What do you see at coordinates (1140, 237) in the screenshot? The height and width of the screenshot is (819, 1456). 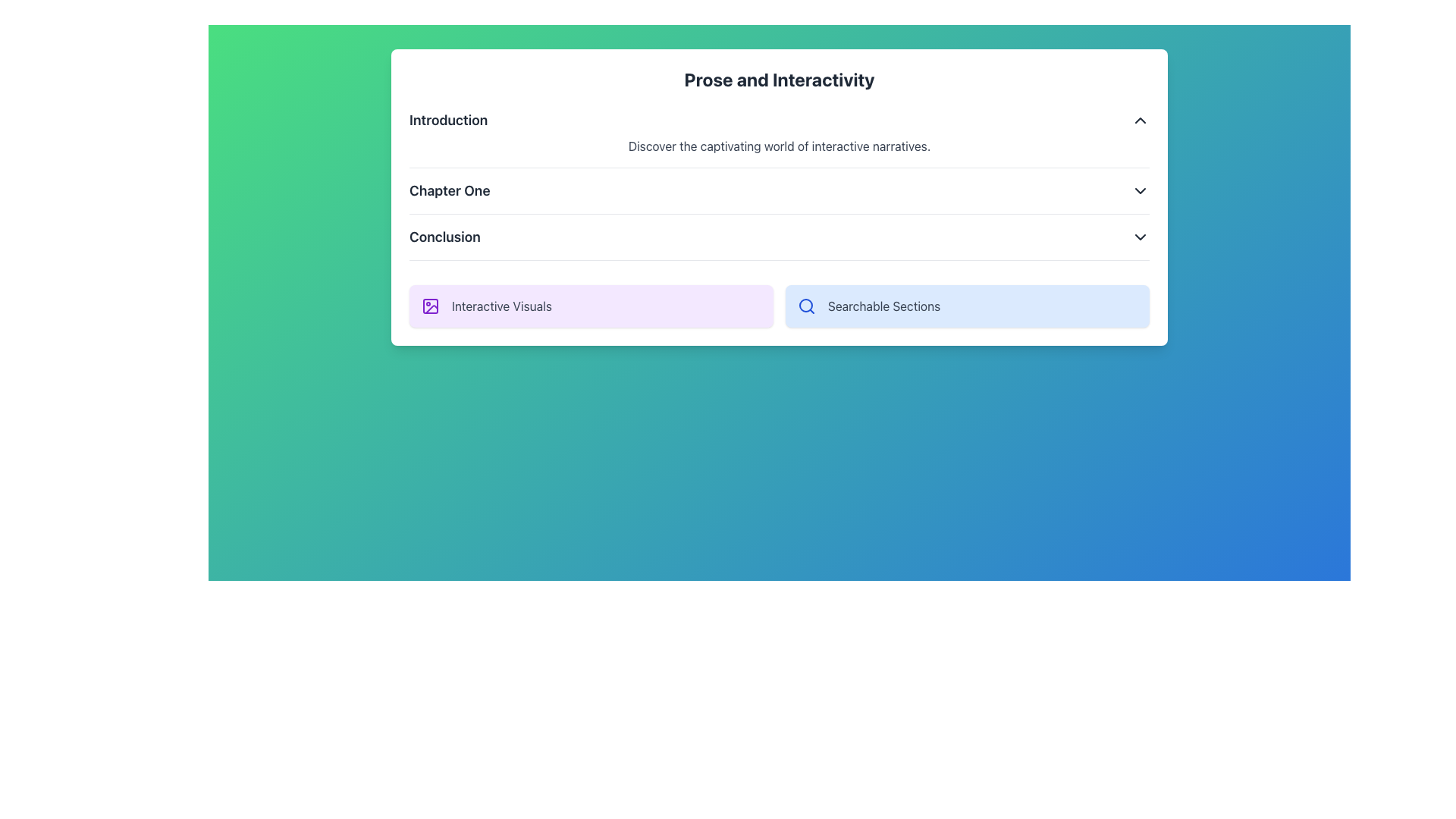 I see `the interactive toggle or dropdown control represented as an SVG icon` at bounding box center [1140, 237].